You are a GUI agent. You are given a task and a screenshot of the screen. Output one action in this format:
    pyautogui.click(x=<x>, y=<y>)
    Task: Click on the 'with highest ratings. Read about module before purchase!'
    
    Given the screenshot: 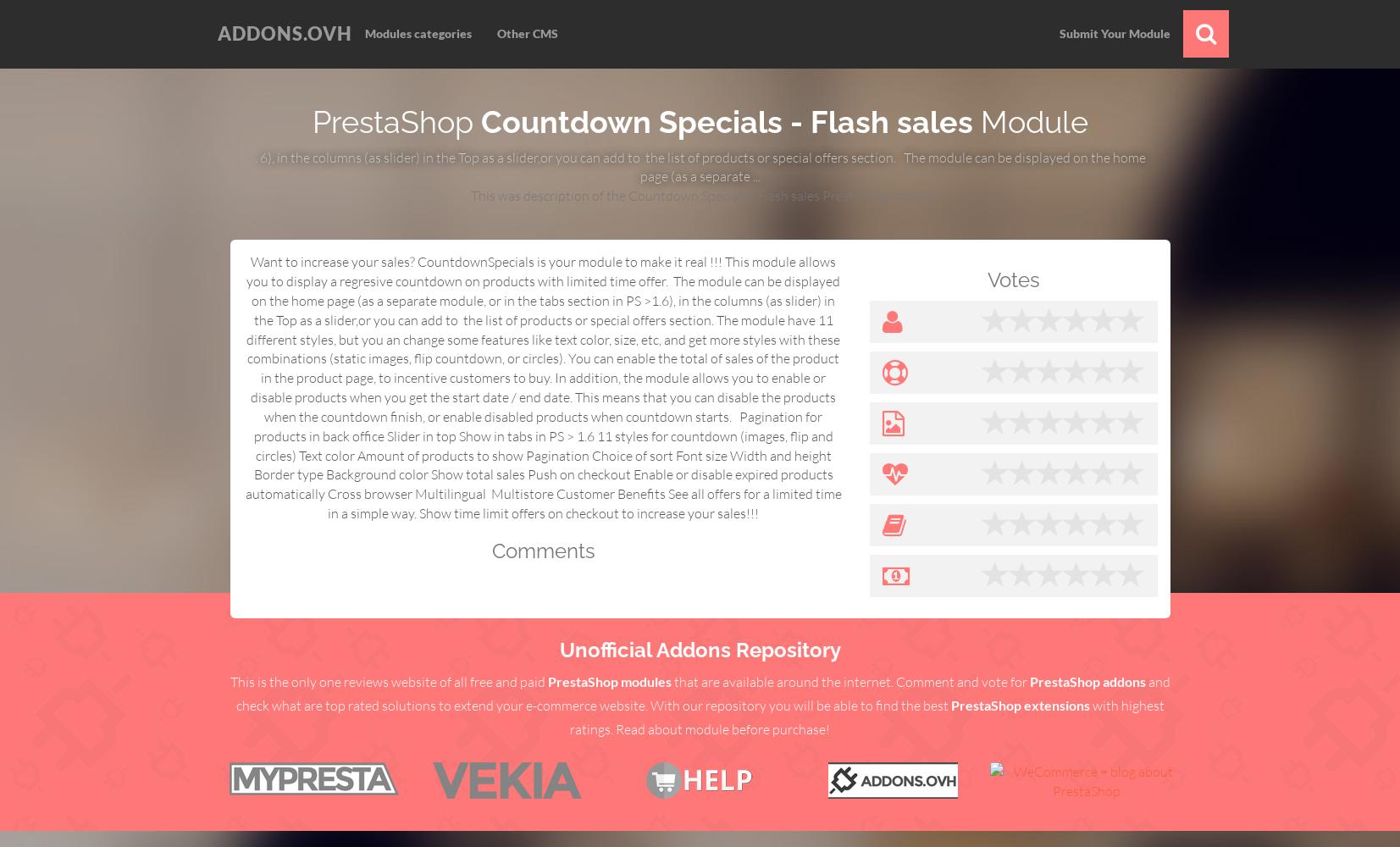 What is the action you would take?
    pyautogui.click(x=866, y=716)
    